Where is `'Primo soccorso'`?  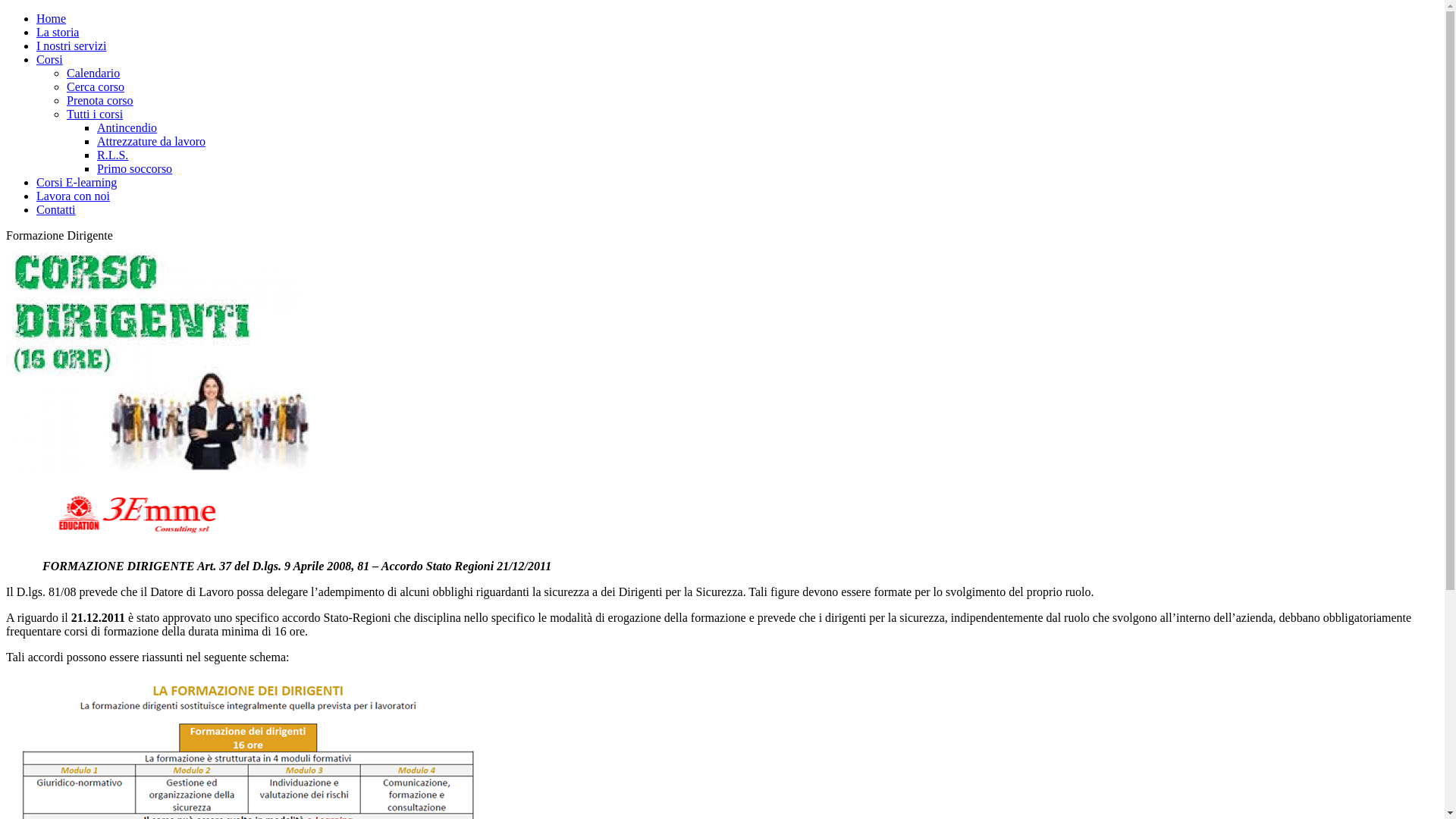 'Primo soccorso' is located at coordinates (96, 168).